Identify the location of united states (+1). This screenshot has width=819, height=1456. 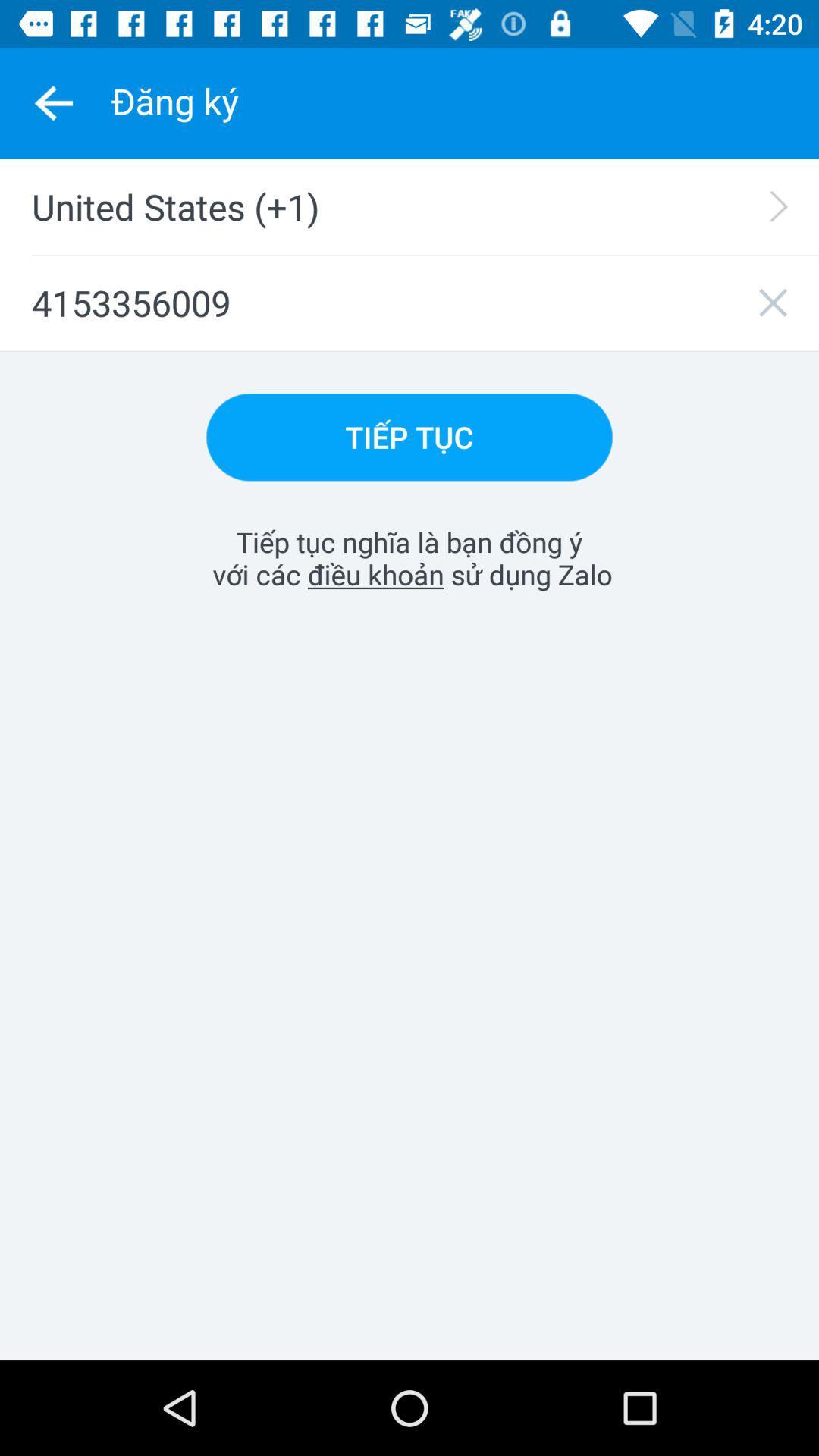
(419, 206).